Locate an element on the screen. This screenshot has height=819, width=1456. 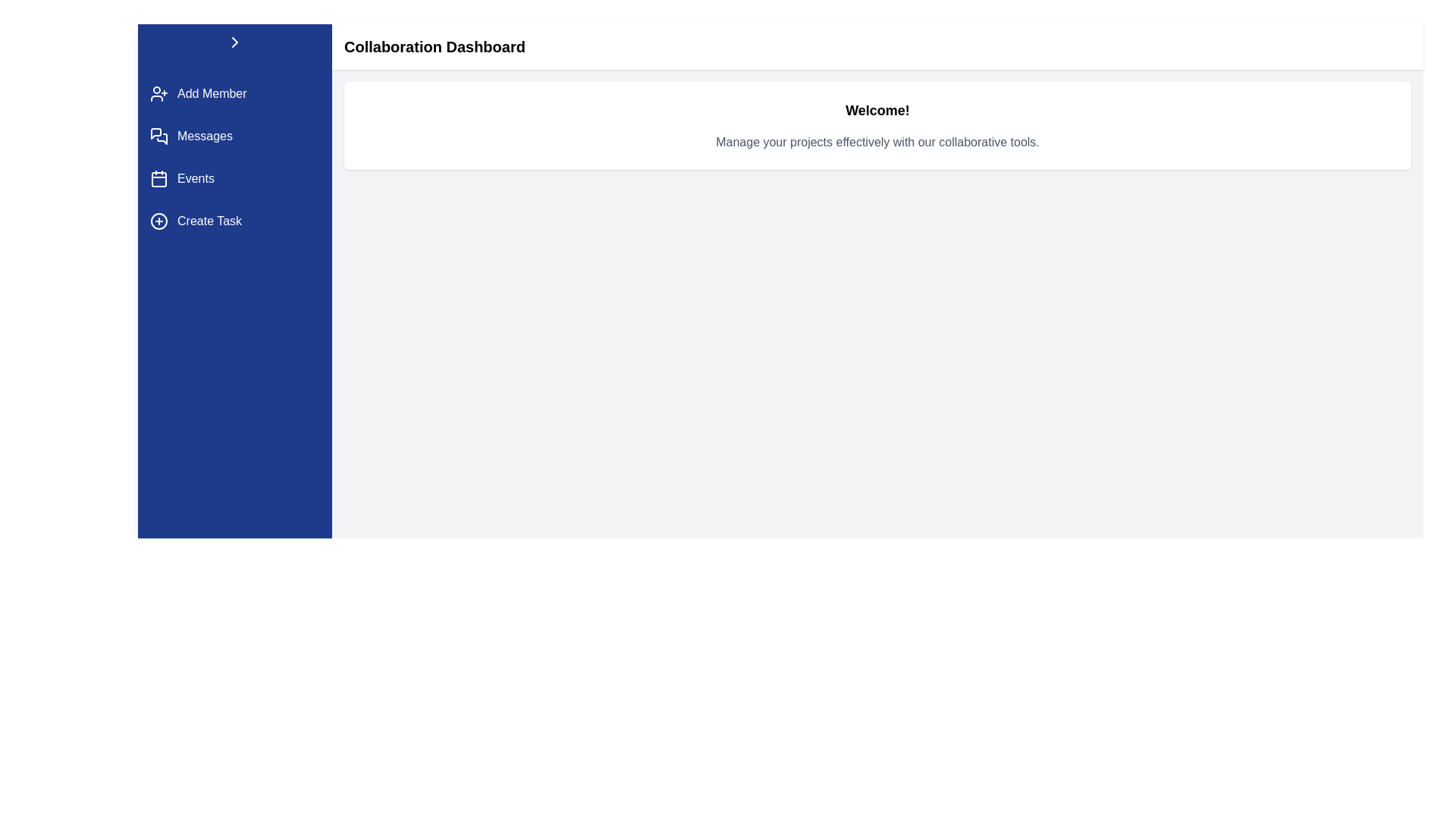
the Text label that provides descriptive guidance about the collaborative tools of the platform, located beneath the 'Welcome!' text in the top center area of the interface is located at coordinates (877, 143).